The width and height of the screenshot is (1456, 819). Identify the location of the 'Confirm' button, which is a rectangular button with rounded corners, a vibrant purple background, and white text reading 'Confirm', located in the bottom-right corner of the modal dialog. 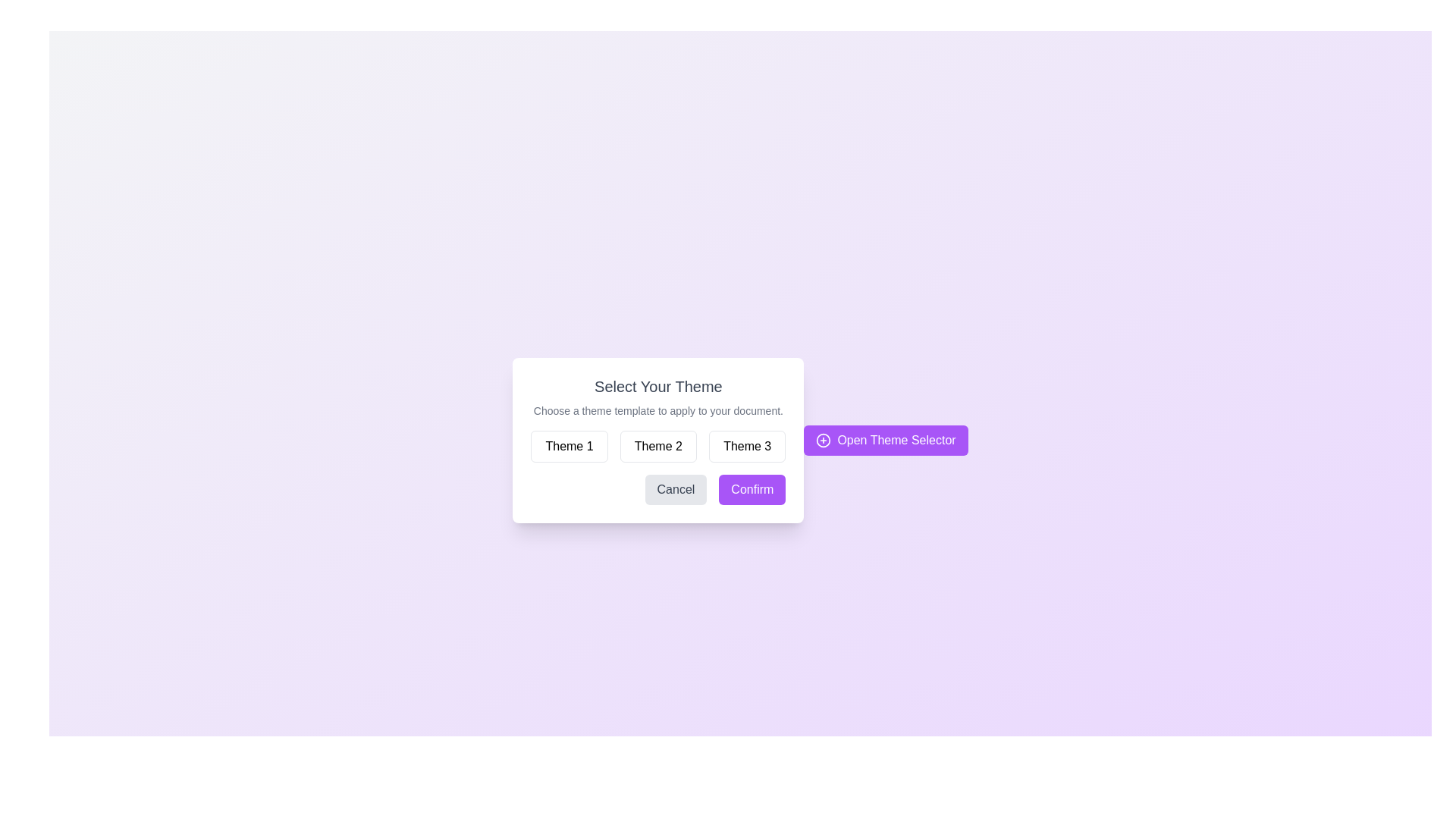
(752, 489).